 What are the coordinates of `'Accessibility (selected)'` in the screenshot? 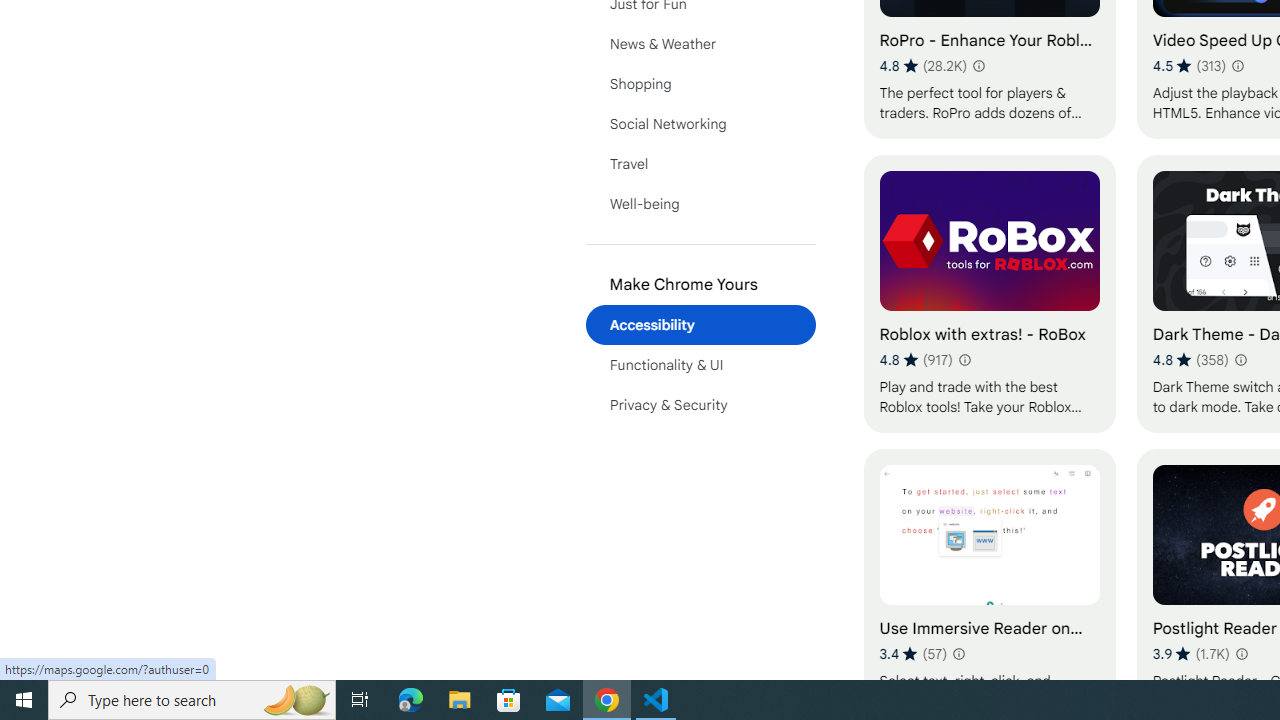 It's located at (700, 324).